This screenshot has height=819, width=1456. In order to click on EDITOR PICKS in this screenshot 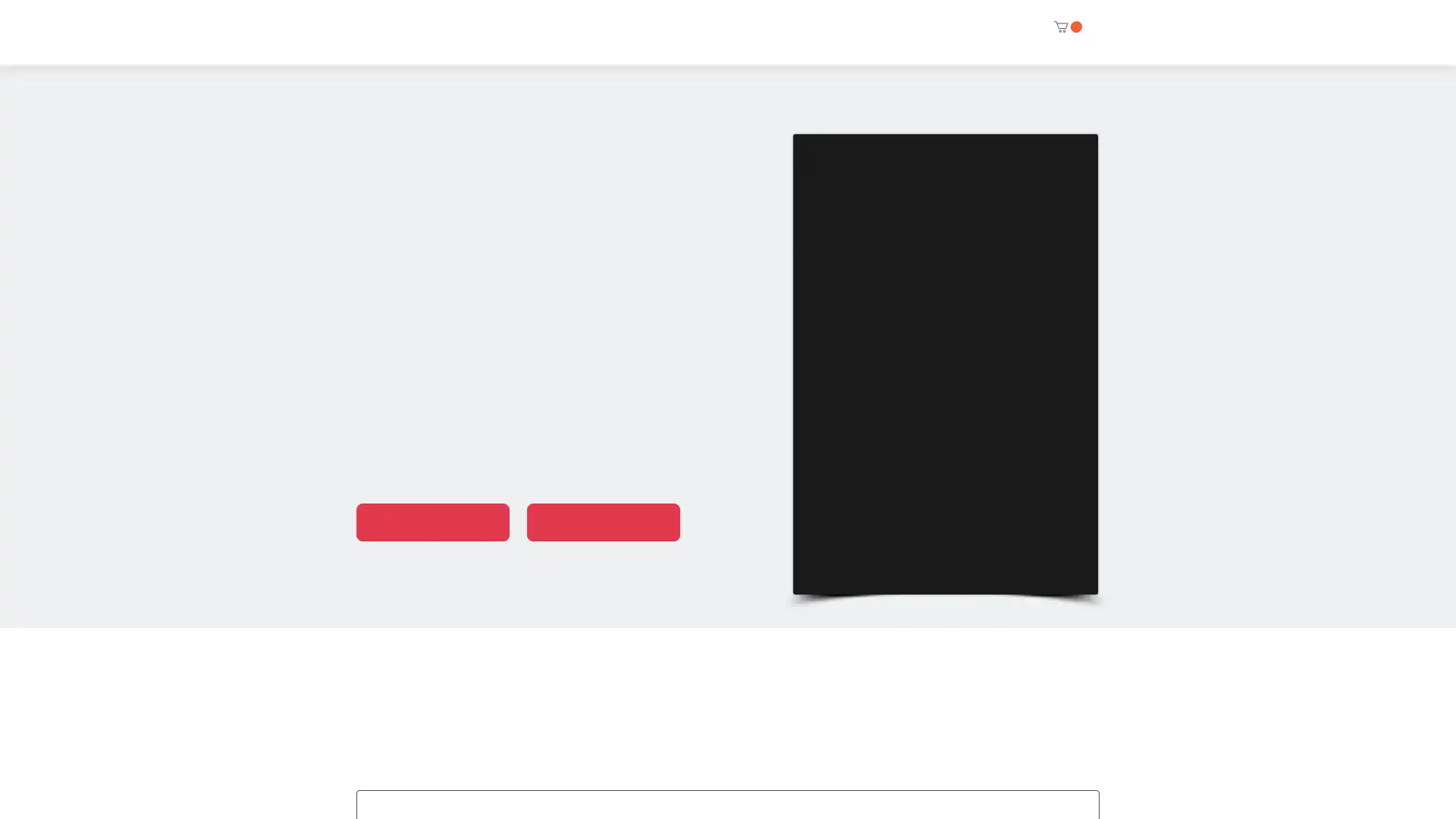, I will do `click(629, 757)`.